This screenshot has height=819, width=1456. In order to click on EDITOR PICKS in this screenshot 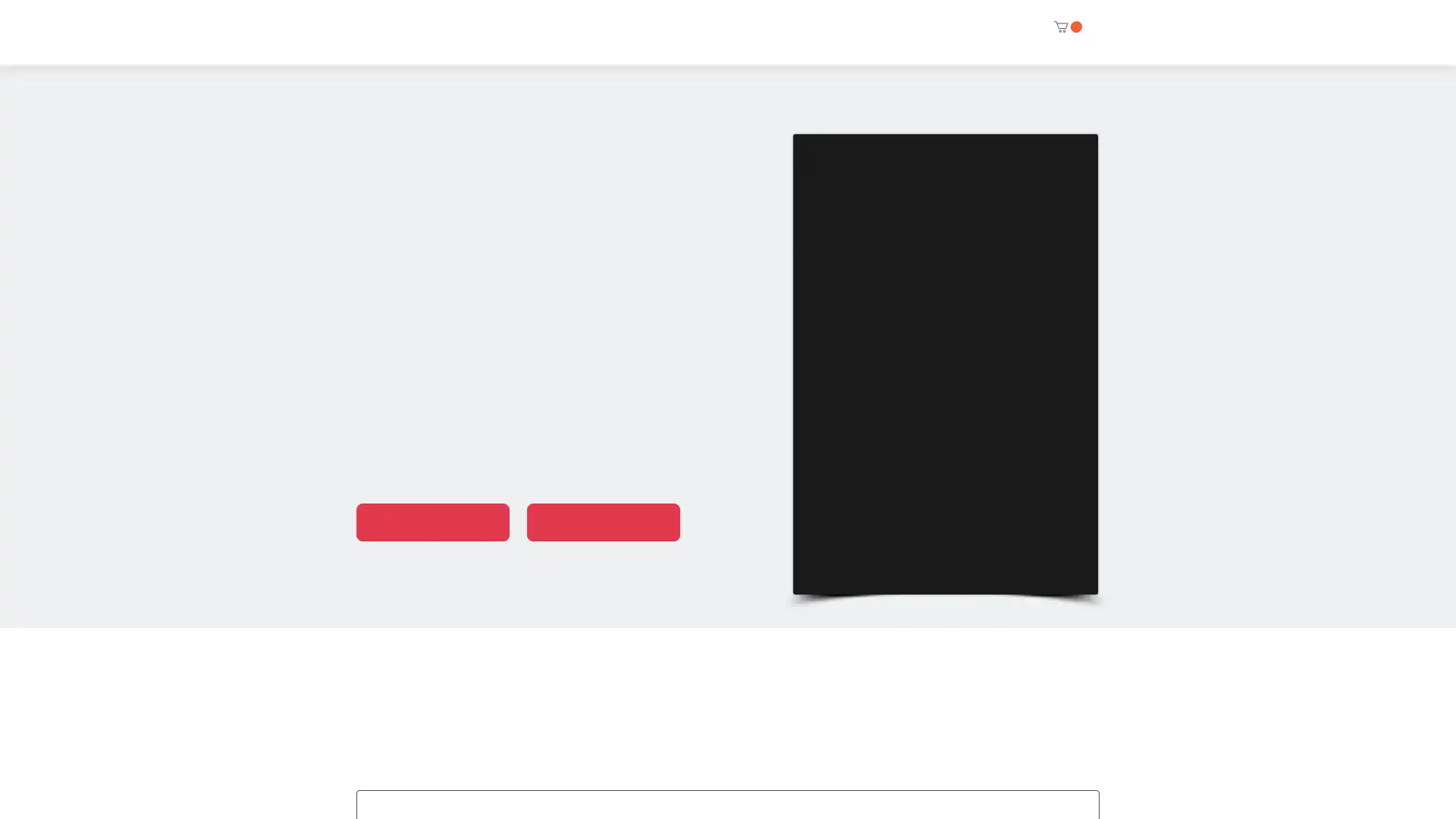, I will do `click(629, 757)`.